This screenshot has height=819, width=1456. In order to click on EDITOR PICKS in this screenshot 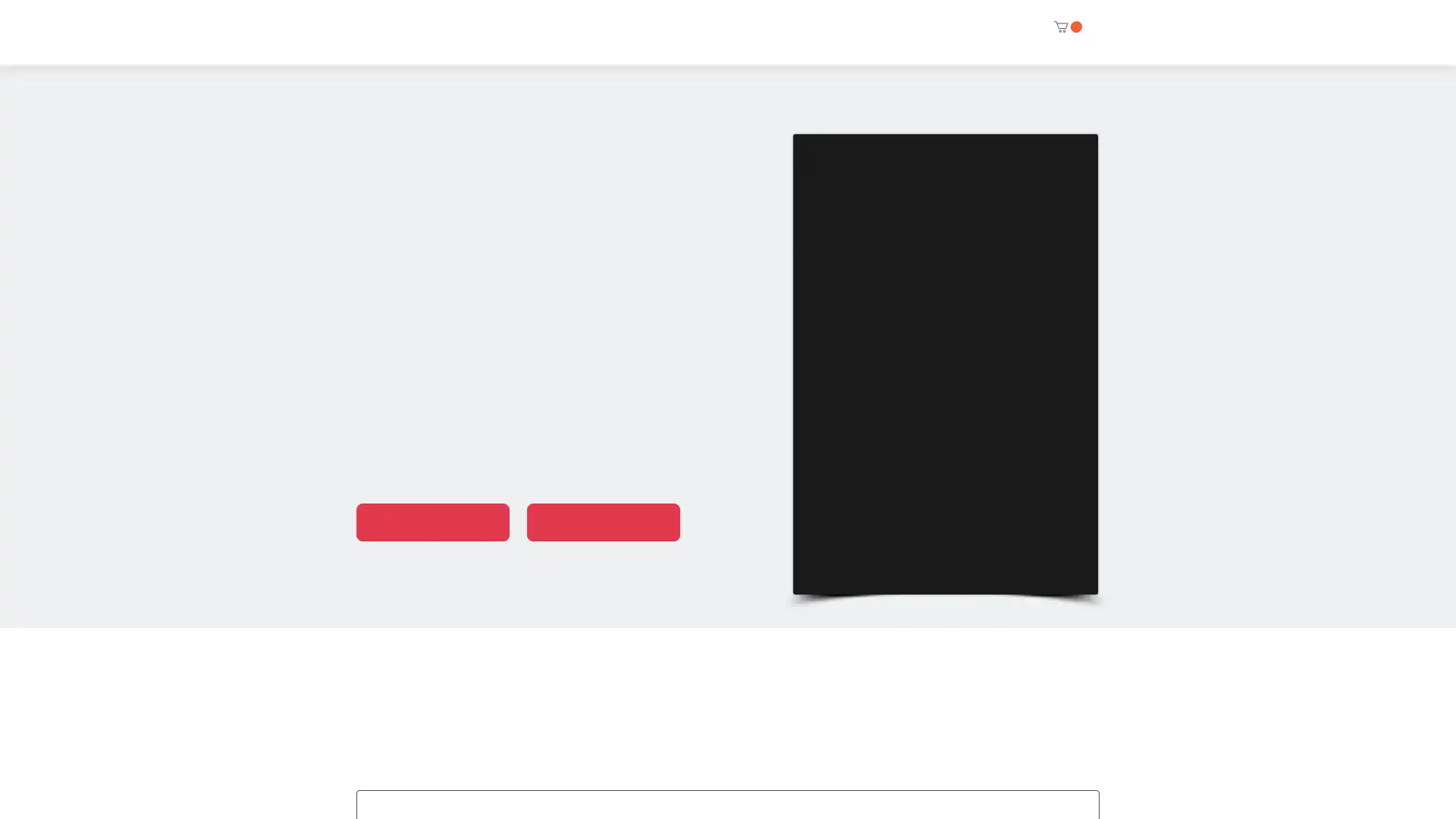, I will do `click(629, 757)`.